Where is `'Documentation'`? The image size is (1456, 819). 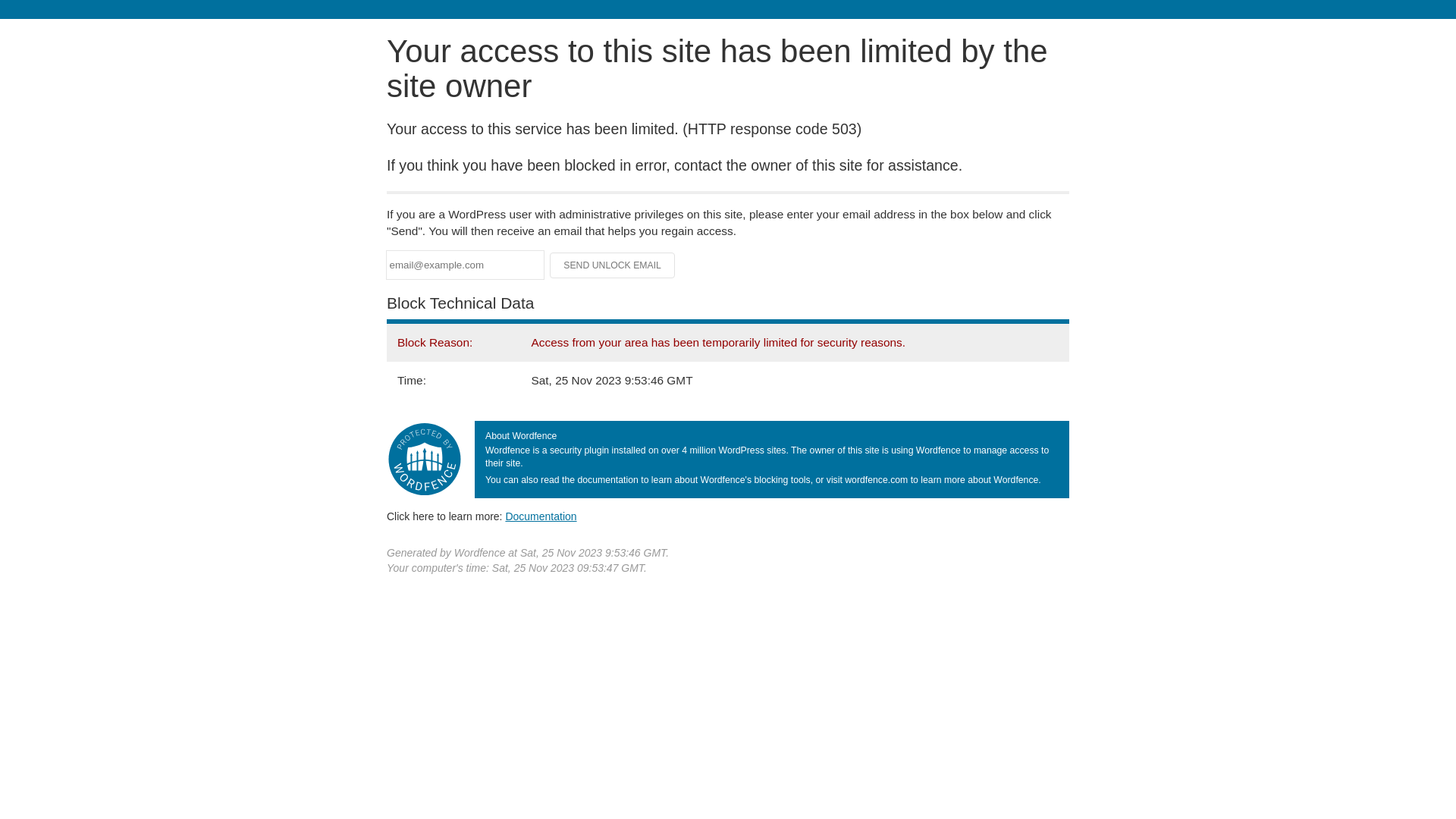
'Documentation' is located at coordinates (505, 516).